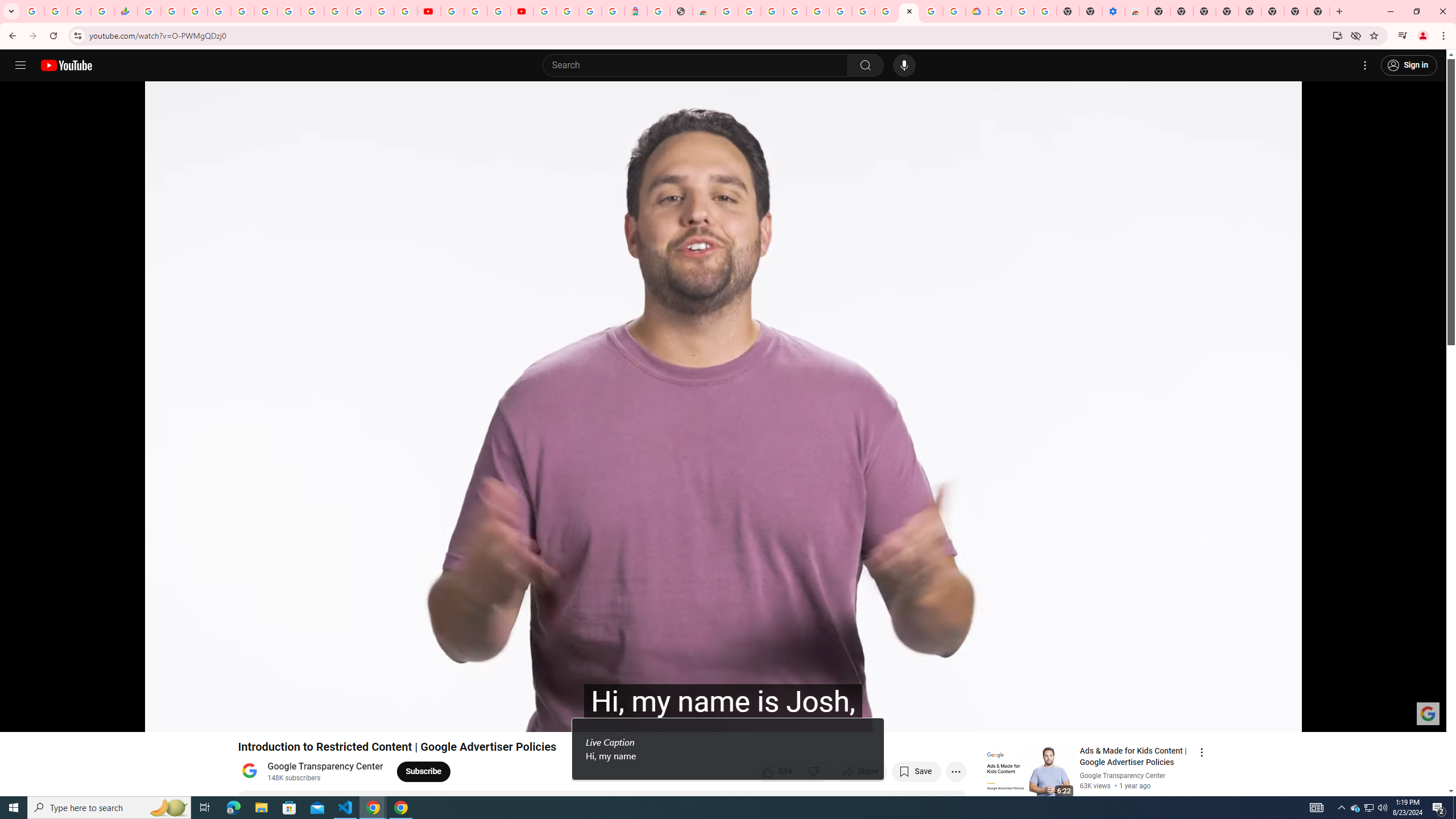  I want to click on 'Full screen (f)', so click(1426, 717).